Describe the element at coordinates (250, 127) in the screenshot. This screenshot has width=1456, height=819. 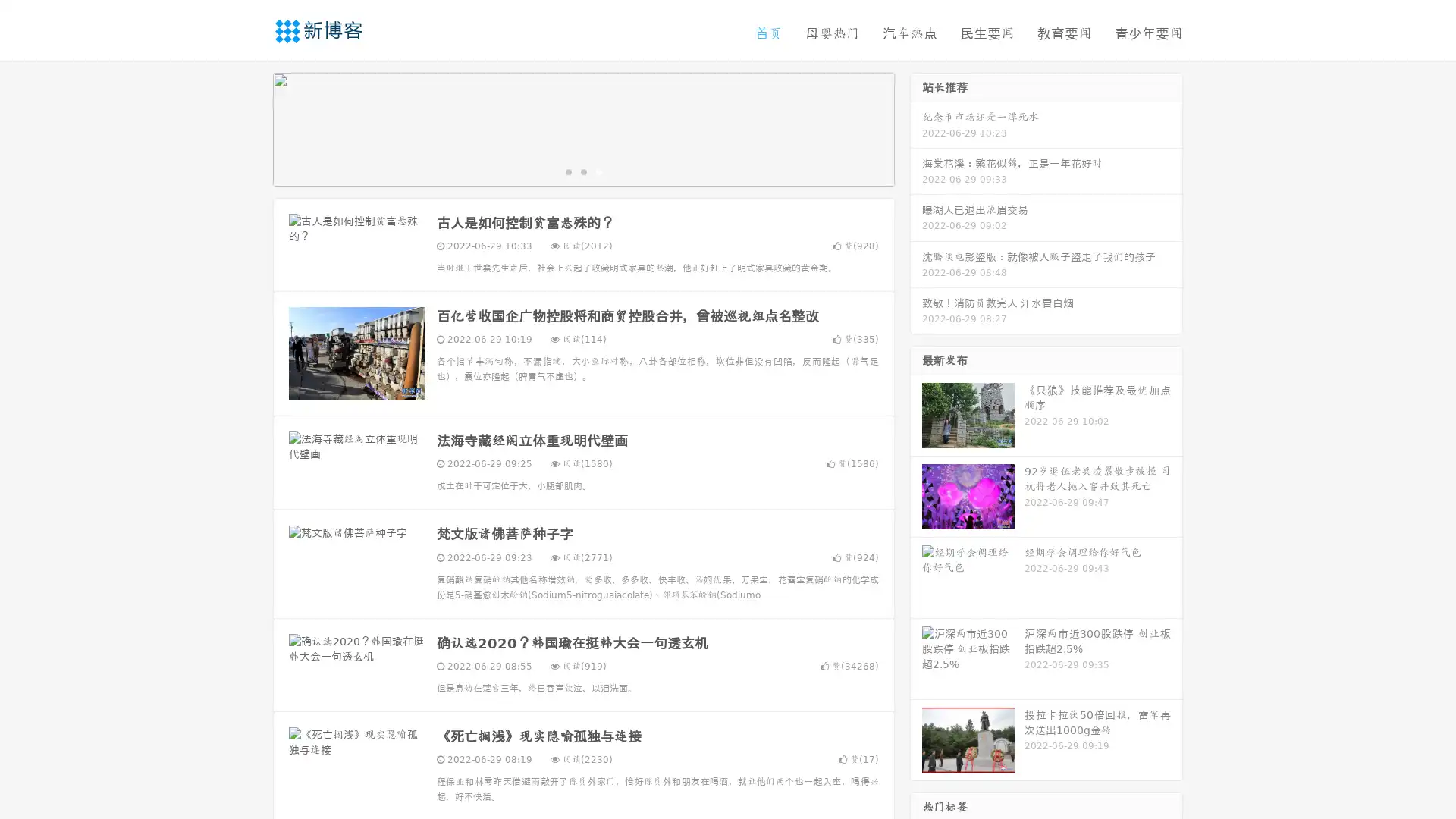
I see `Previous slide` at that location.